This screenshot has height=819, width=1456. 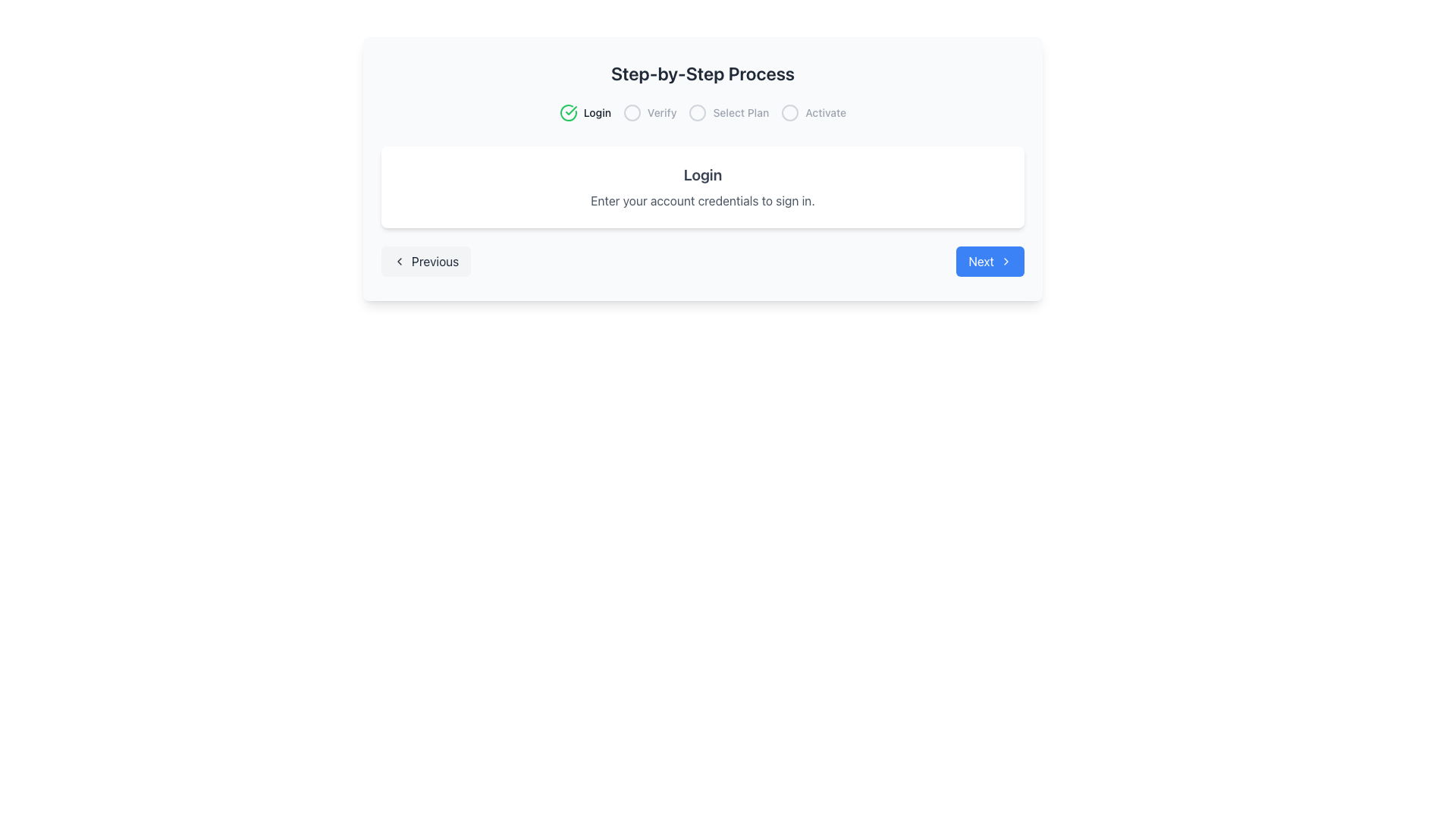 I want to click on the second circle icon in the step indicator component, which has a gray stroke and no fill, adjacent to the text 'Select Plan.', so click(x=697, y=112).